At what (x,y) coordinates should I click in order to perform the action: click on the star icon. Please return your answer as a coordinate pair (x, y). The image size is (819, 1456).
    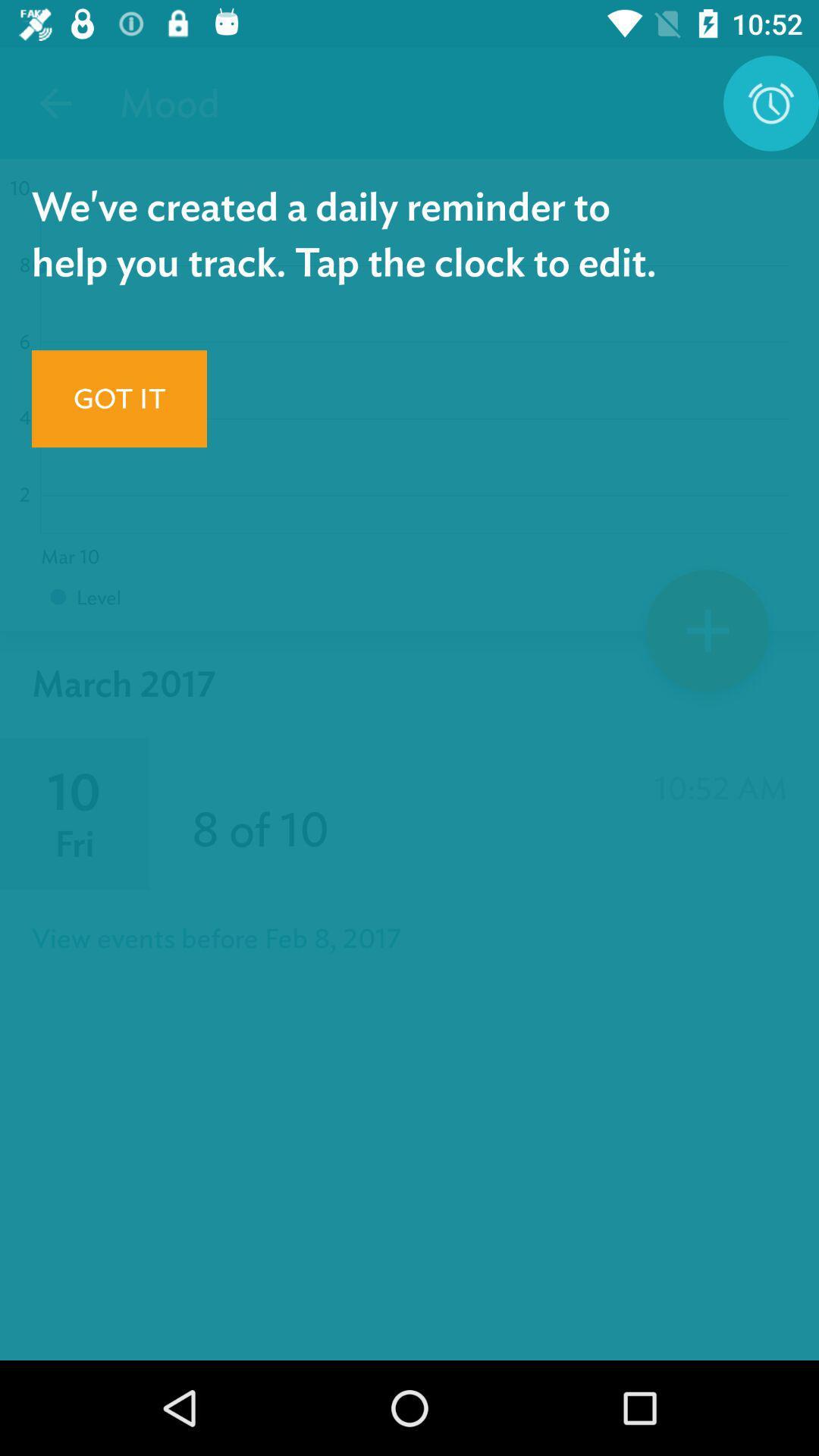
    Looking at the image, I should click on (708, 636).